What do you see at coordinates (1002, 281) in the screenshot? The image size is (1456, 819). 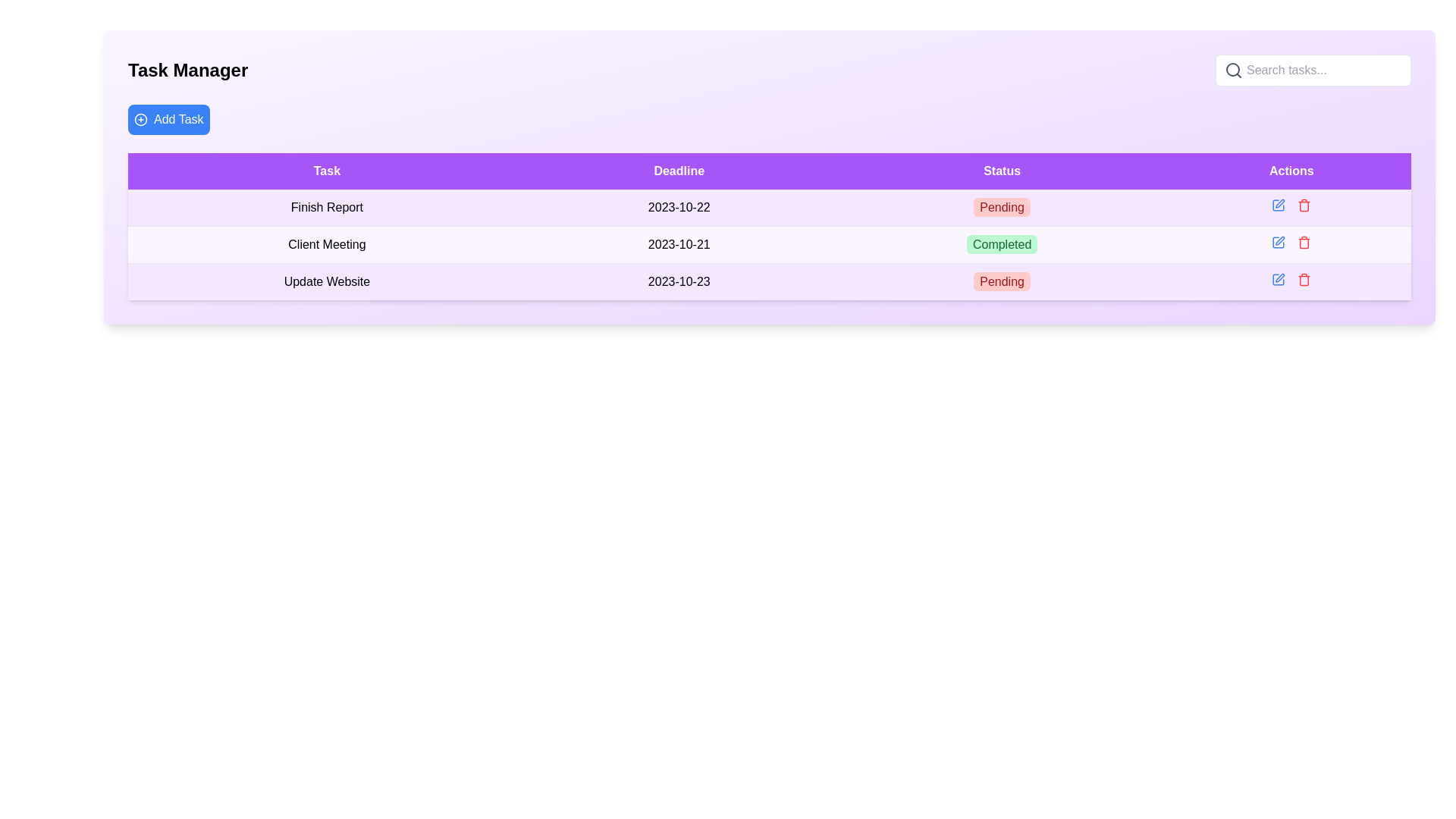 I see `the 'Pending' label displayed in a red rectangle located in the 'Status' column of the 'Update Website' row in the table` at bounding box center [1002, 281].